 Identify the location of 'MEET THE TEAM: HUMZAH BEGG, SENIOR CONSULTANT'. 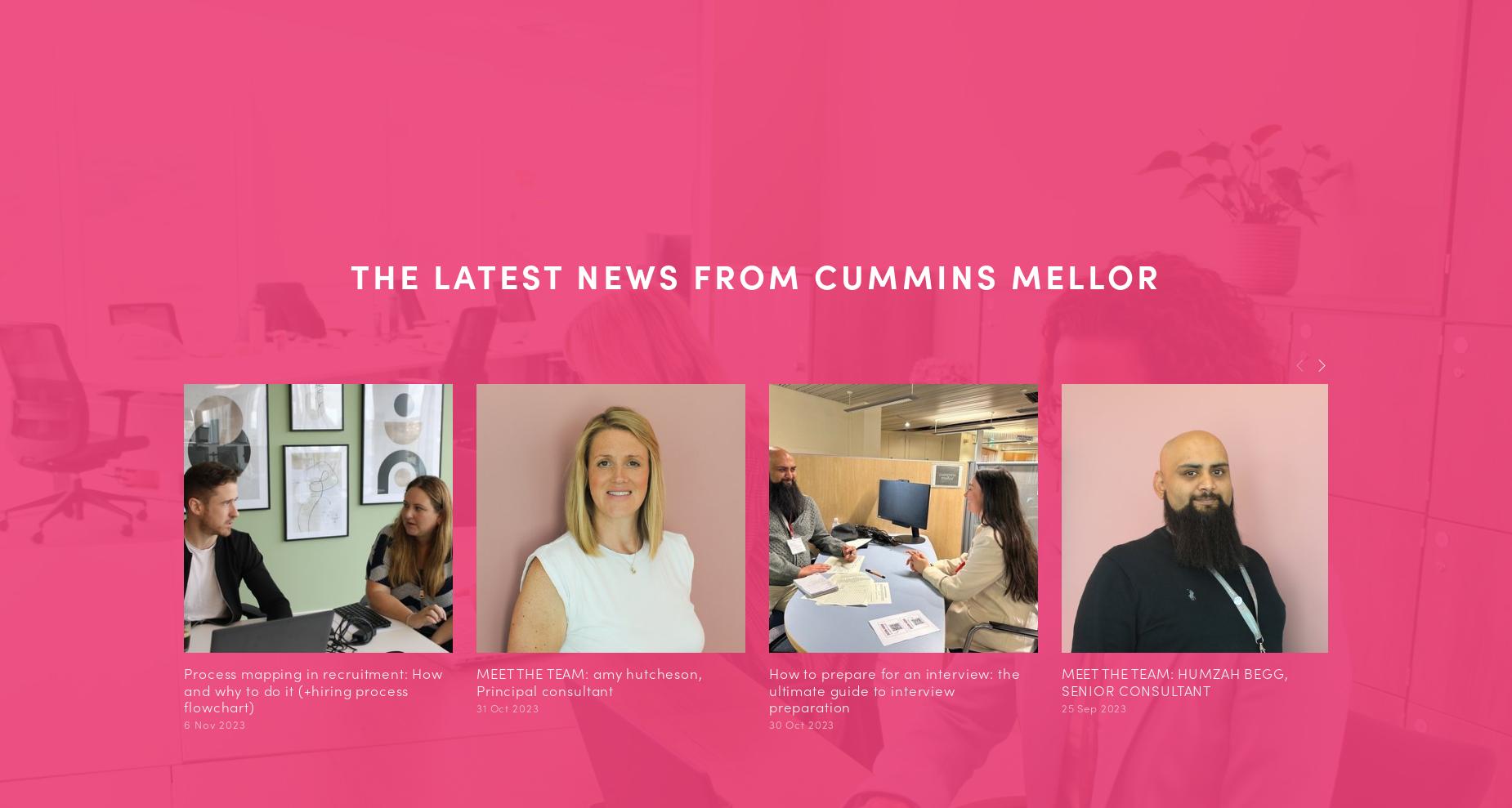
(1174, 681).